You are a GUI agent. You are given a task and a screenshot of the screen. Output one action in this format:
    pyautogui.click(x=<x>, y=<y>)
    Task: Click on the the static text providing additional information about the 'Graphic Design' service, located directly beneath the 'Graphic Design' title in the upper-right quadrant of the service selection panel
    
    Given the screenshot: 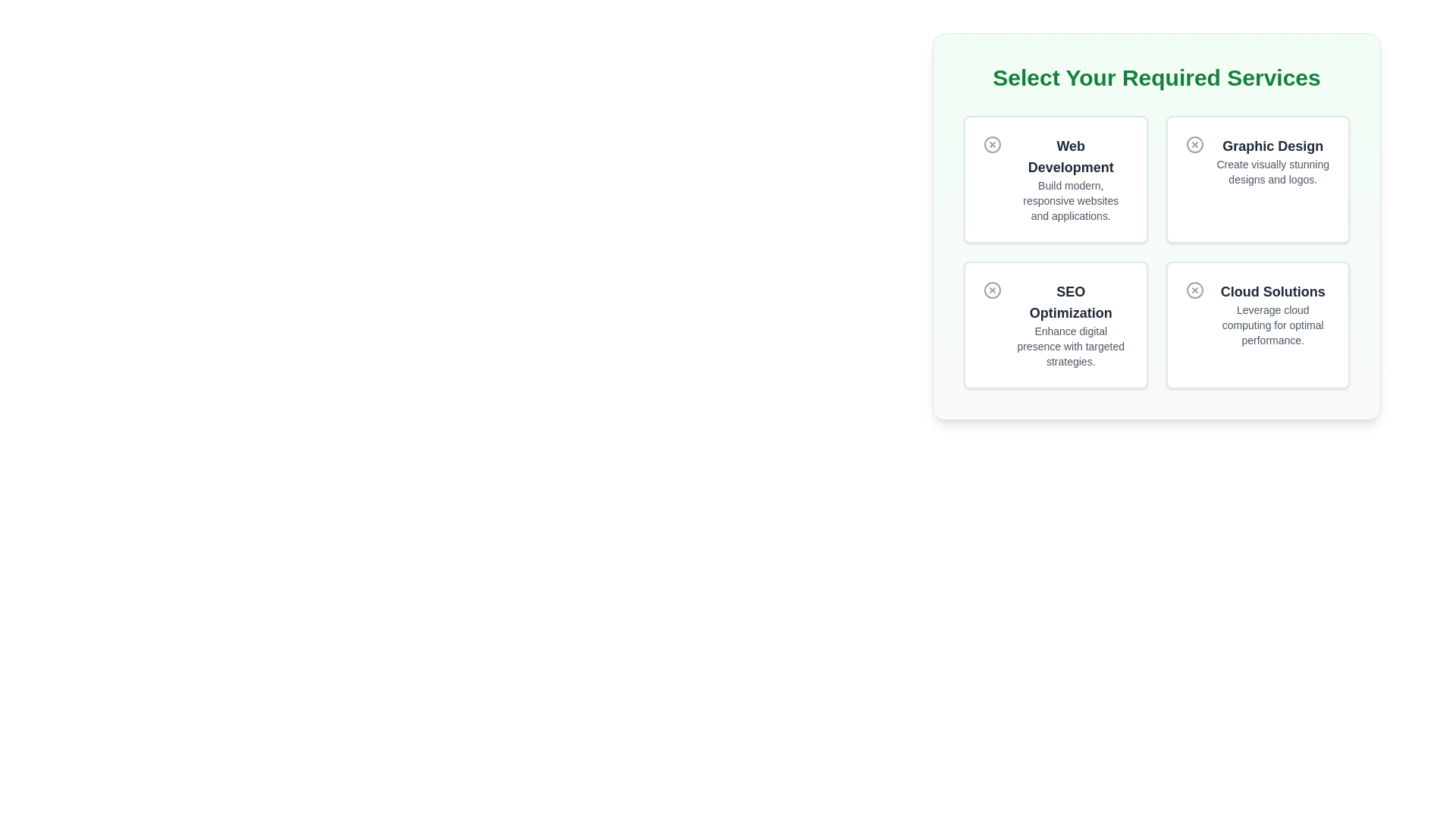 What is the action you would take?
    pyautogui.click(x=1272, y=171)
    